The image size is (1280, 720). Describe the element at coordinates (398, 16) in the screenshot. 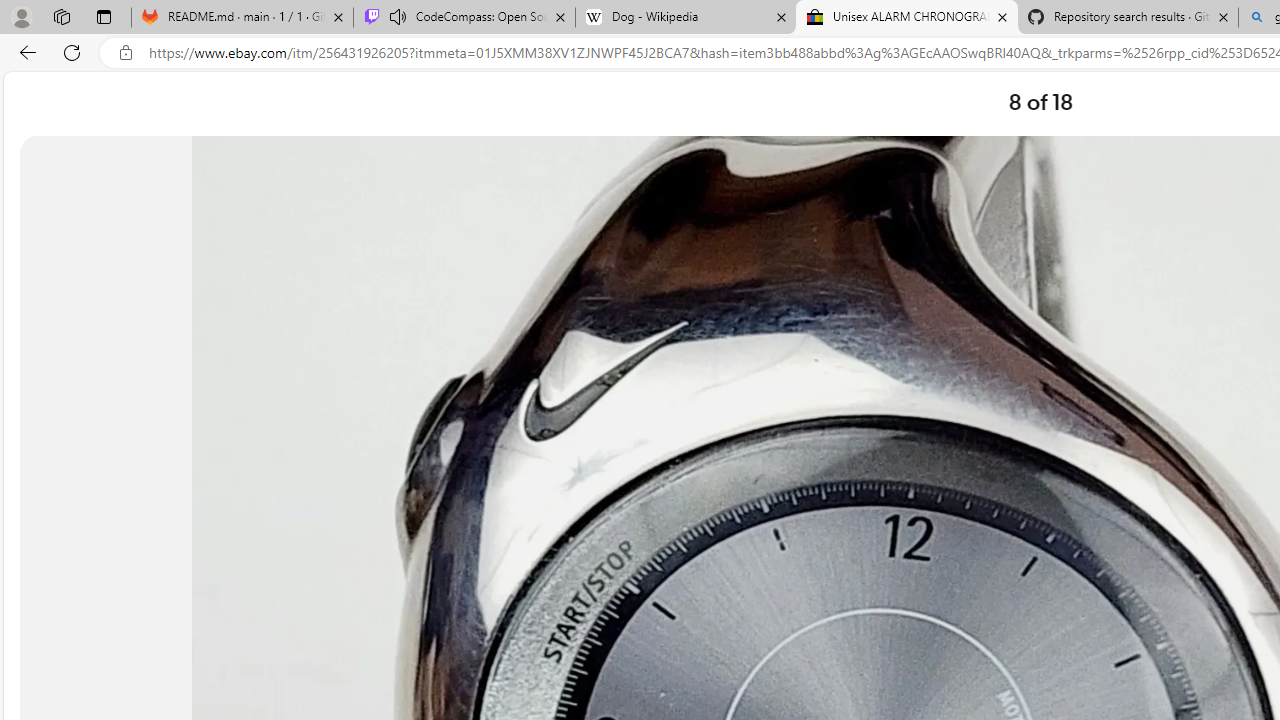

I see `'Mute tab'` at that location.